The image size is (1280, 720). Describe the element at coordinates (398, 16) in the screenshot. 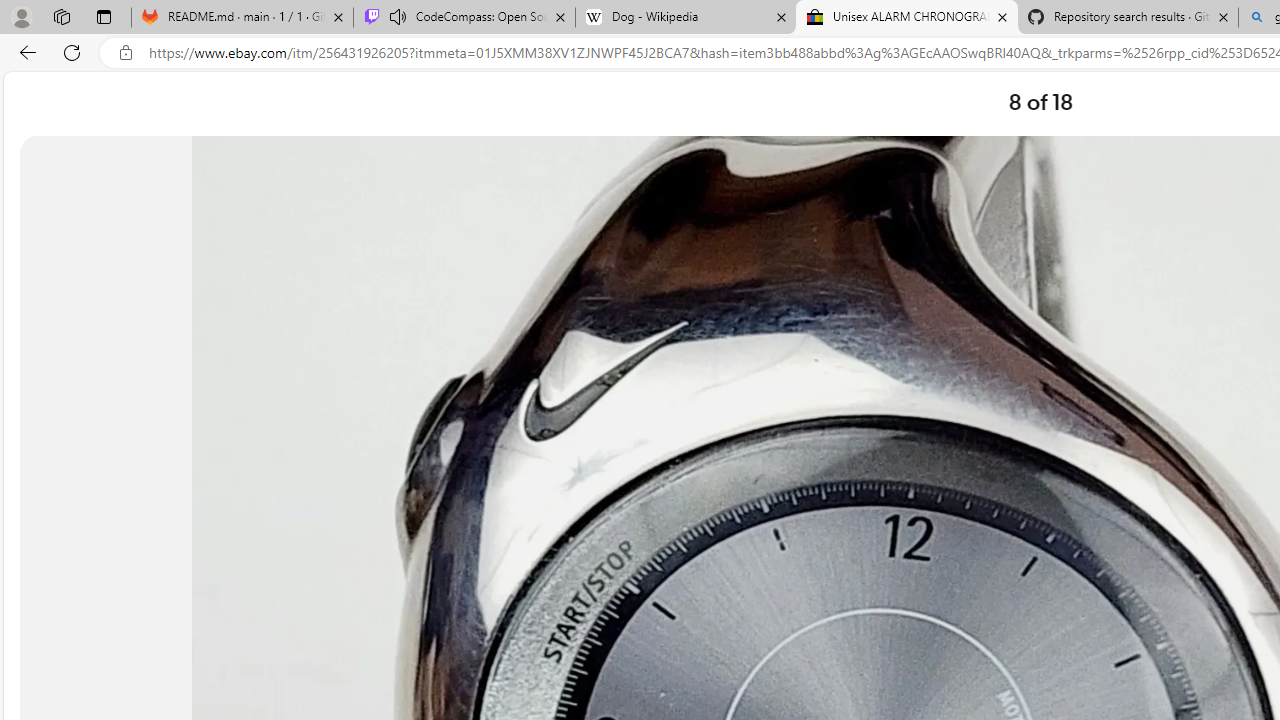

I see `'Mute tab'` at that location.